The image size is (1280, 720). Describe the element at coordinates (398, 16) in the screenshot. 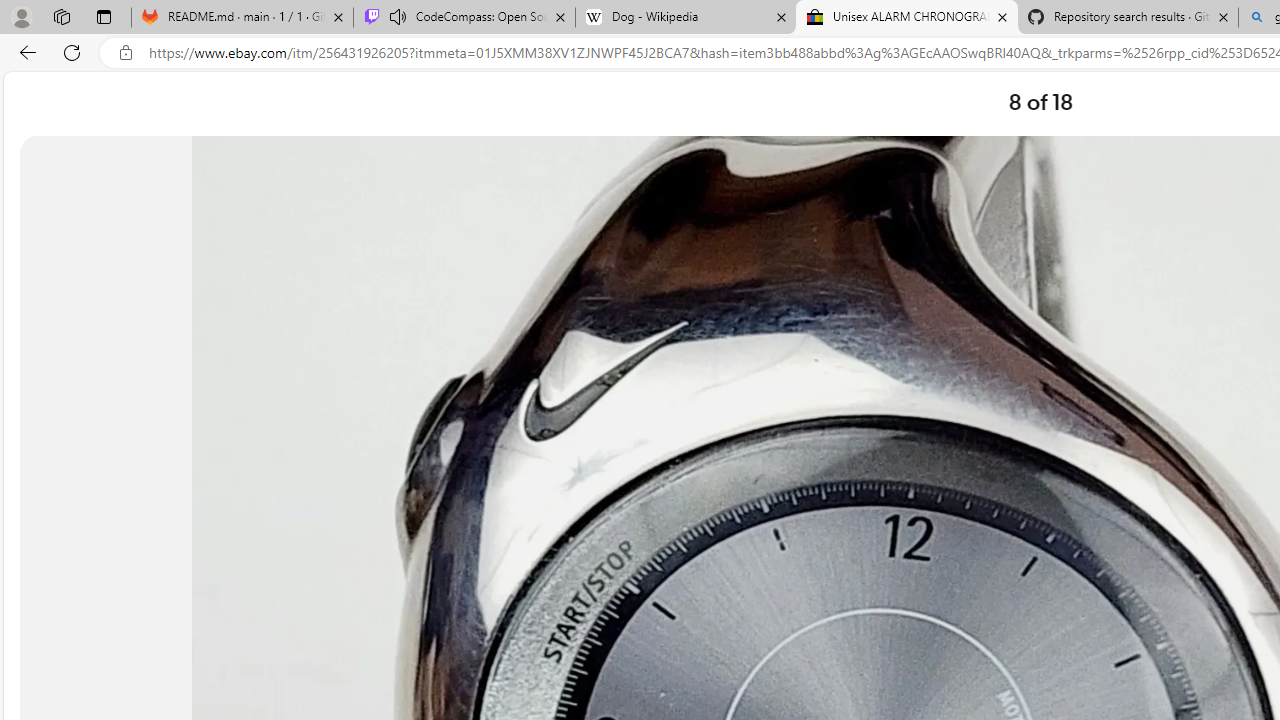

I see `'Mute tab'` at that location.